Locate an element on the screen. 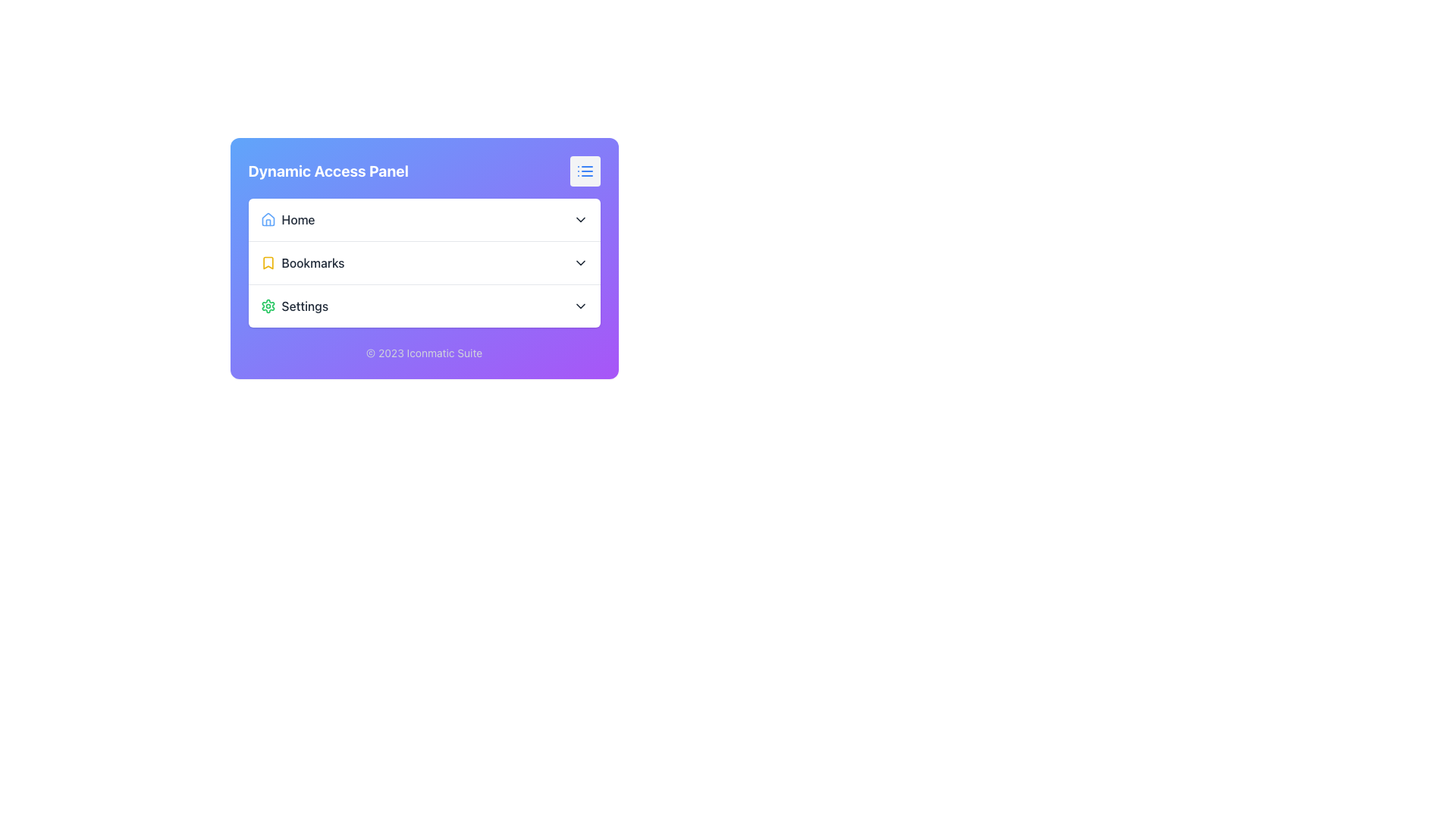  the navigation label at the top-left of the menu that links to the homepage or dashboard is located at coordinates (287, 219).